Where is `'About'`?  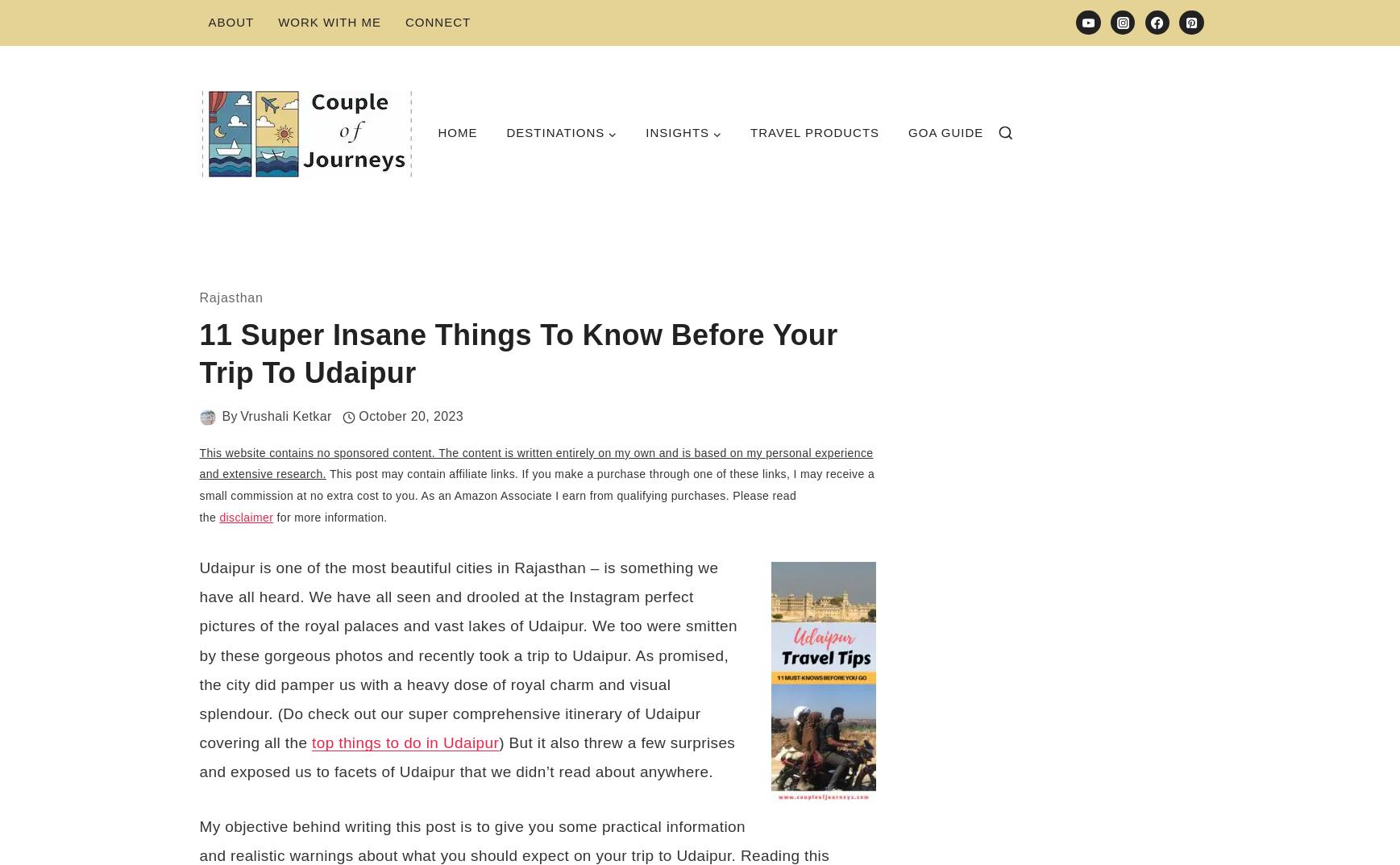 'About' is located at coordinates (230, 21).